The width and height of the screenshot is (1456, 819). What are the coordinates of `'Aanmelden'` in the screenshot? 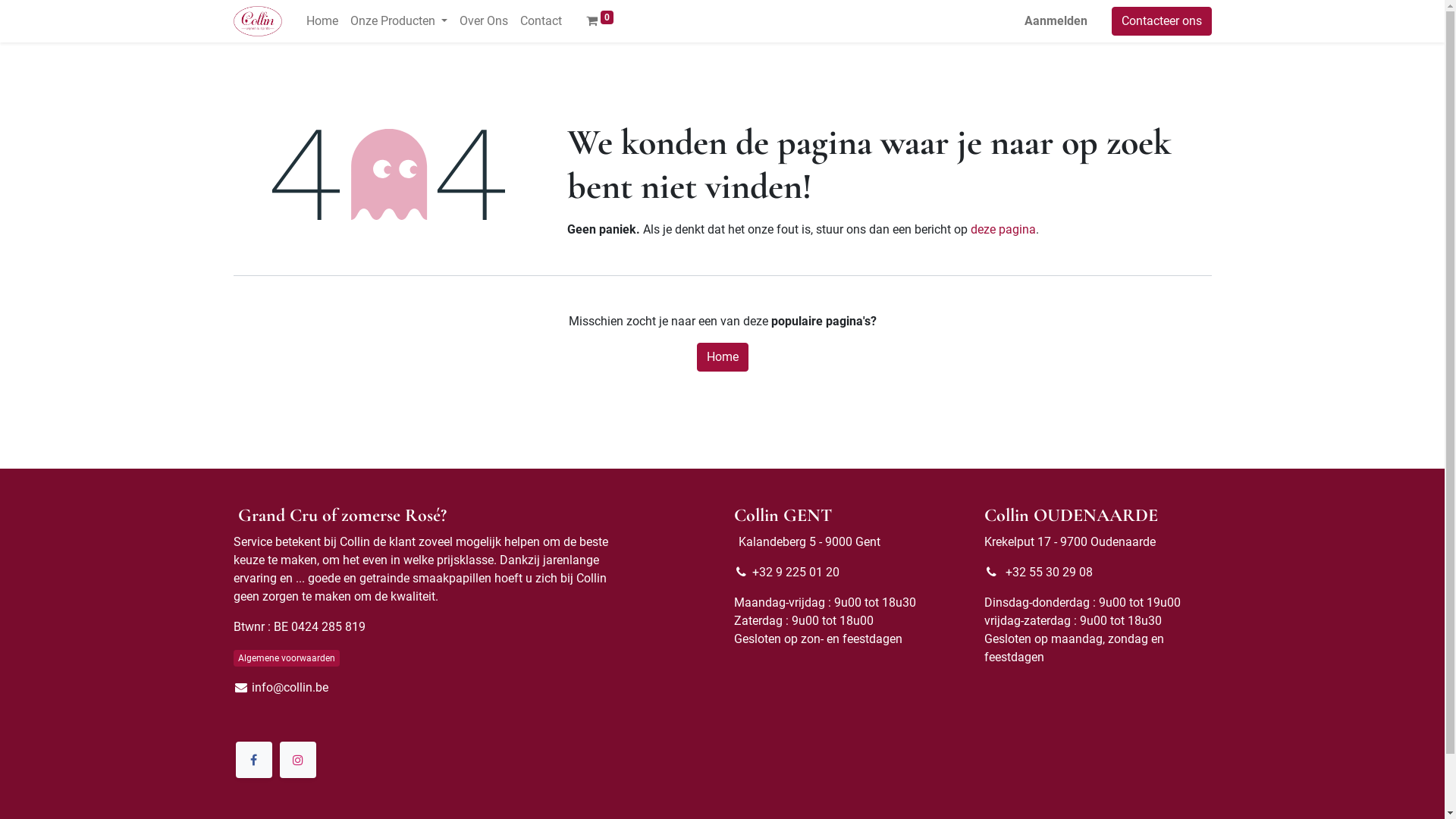 It's located at (1054, 20).